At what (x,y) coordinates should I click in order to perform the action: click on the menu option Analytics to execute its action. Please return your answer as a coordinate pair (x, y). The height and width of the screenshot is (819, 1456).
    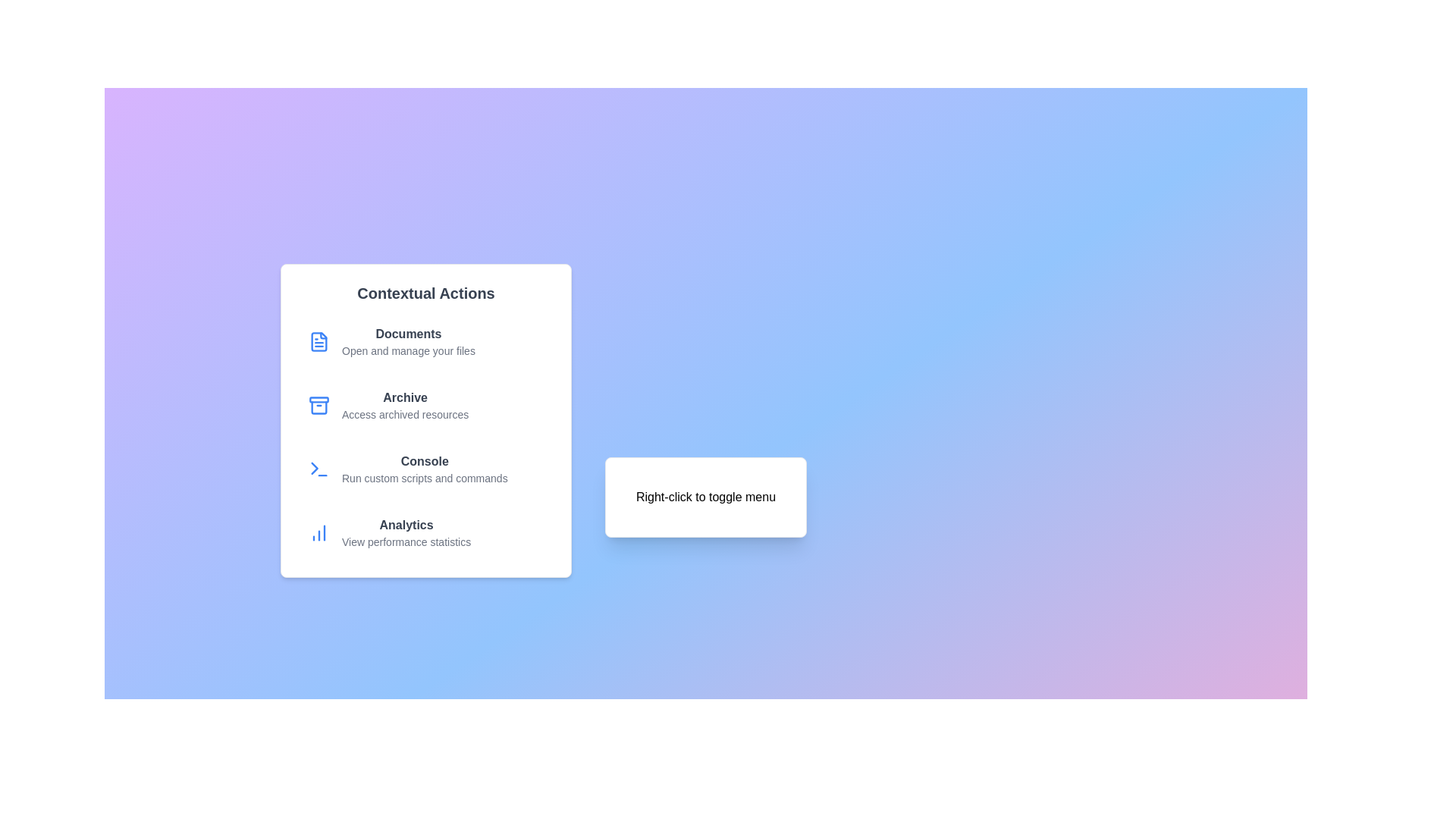
    Looking at the image, I should click on (425, 532).